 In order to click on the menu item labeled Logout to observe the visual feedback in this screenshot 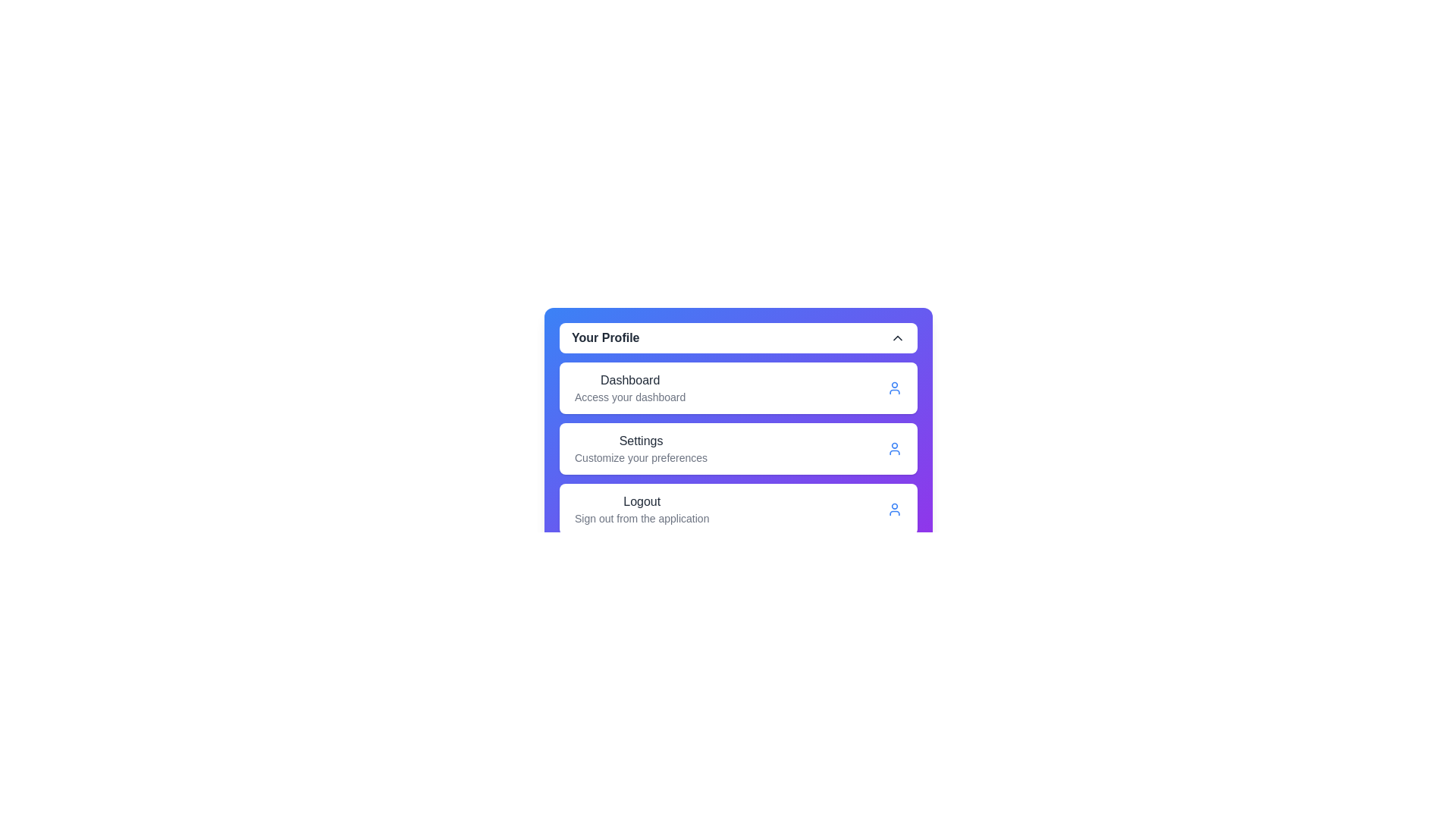, I will do `click(641, 509)`.